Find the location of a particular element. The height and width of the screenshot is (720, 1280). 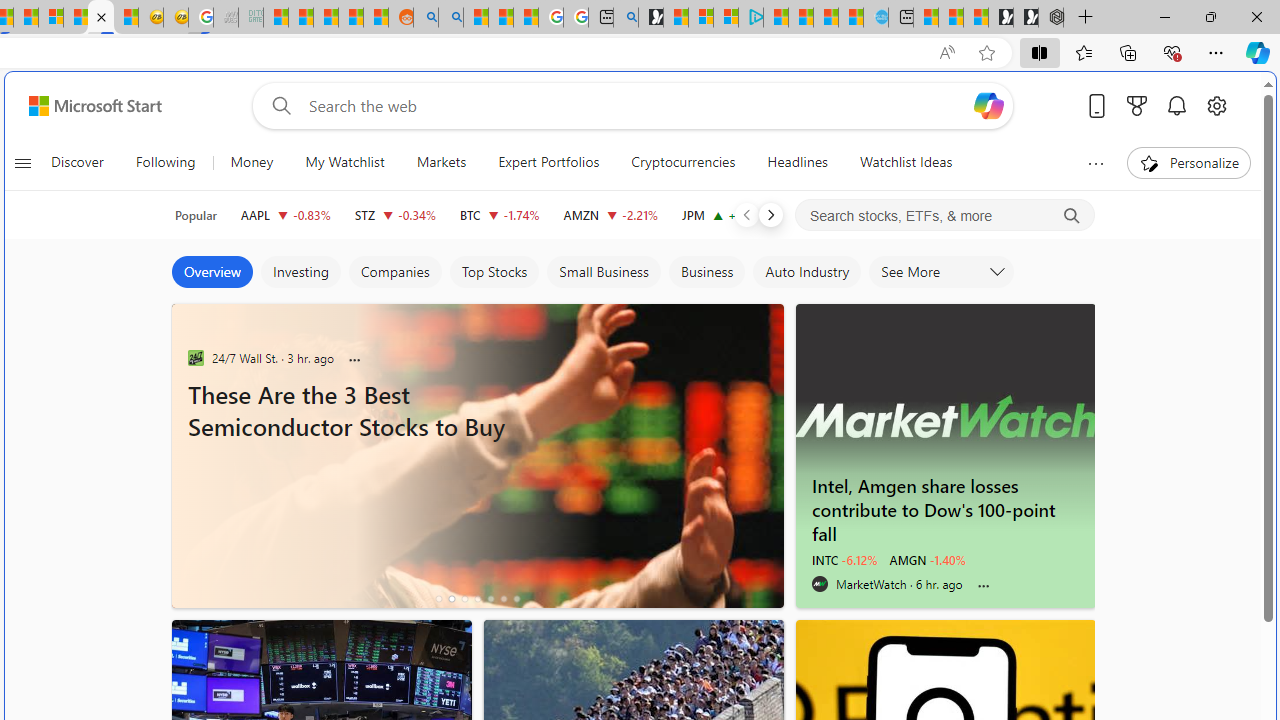

'24/7 Wall St.' is located at coordinates (195, 356).